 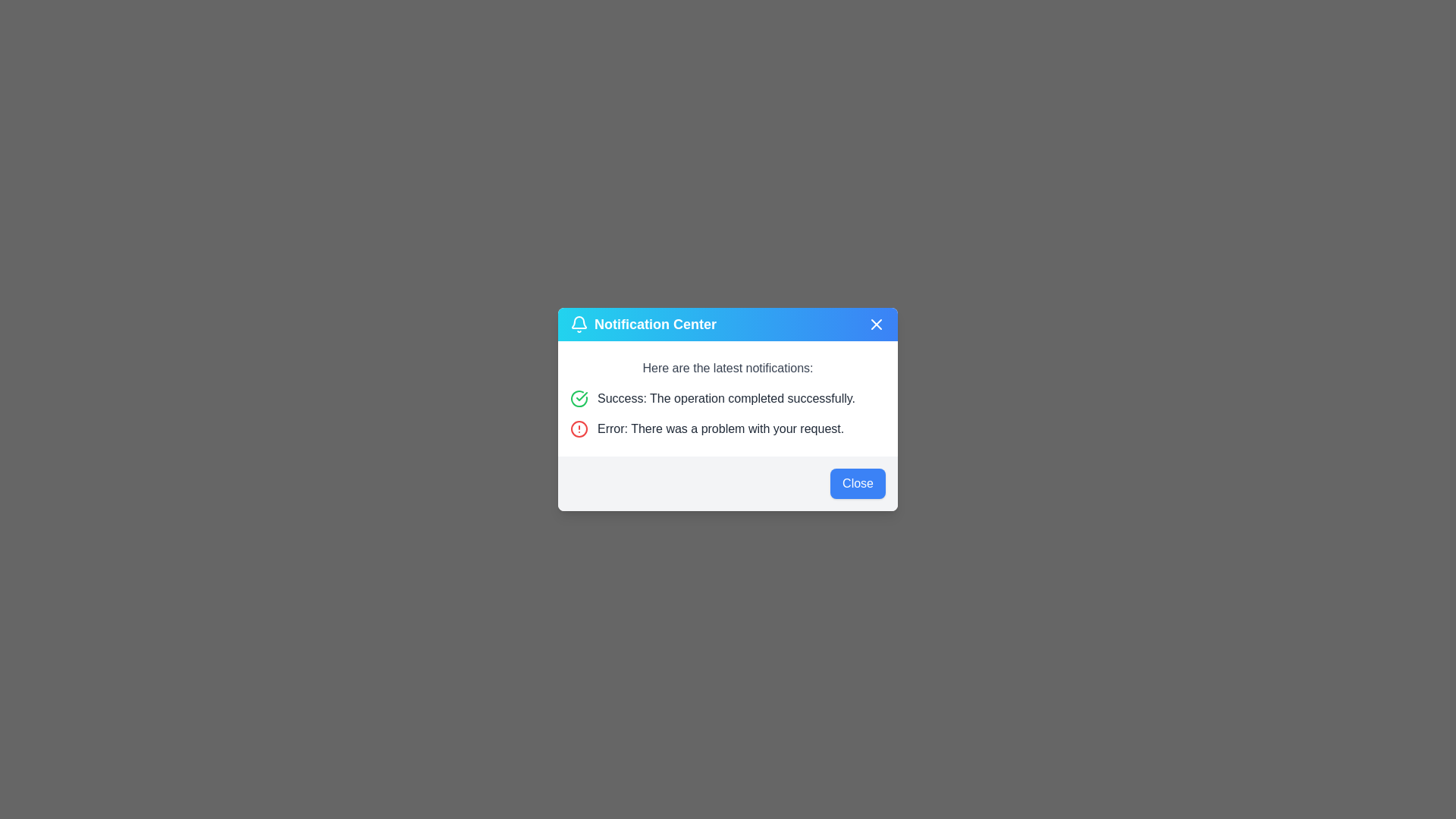 What do you see at coordinates (578, 397) in the screenshot?
I see `the Decorative SVG icon indicating the success status of the message, located to the left of the text 'Success: The operation completed successfully.'` at bounding box center [578, 397].